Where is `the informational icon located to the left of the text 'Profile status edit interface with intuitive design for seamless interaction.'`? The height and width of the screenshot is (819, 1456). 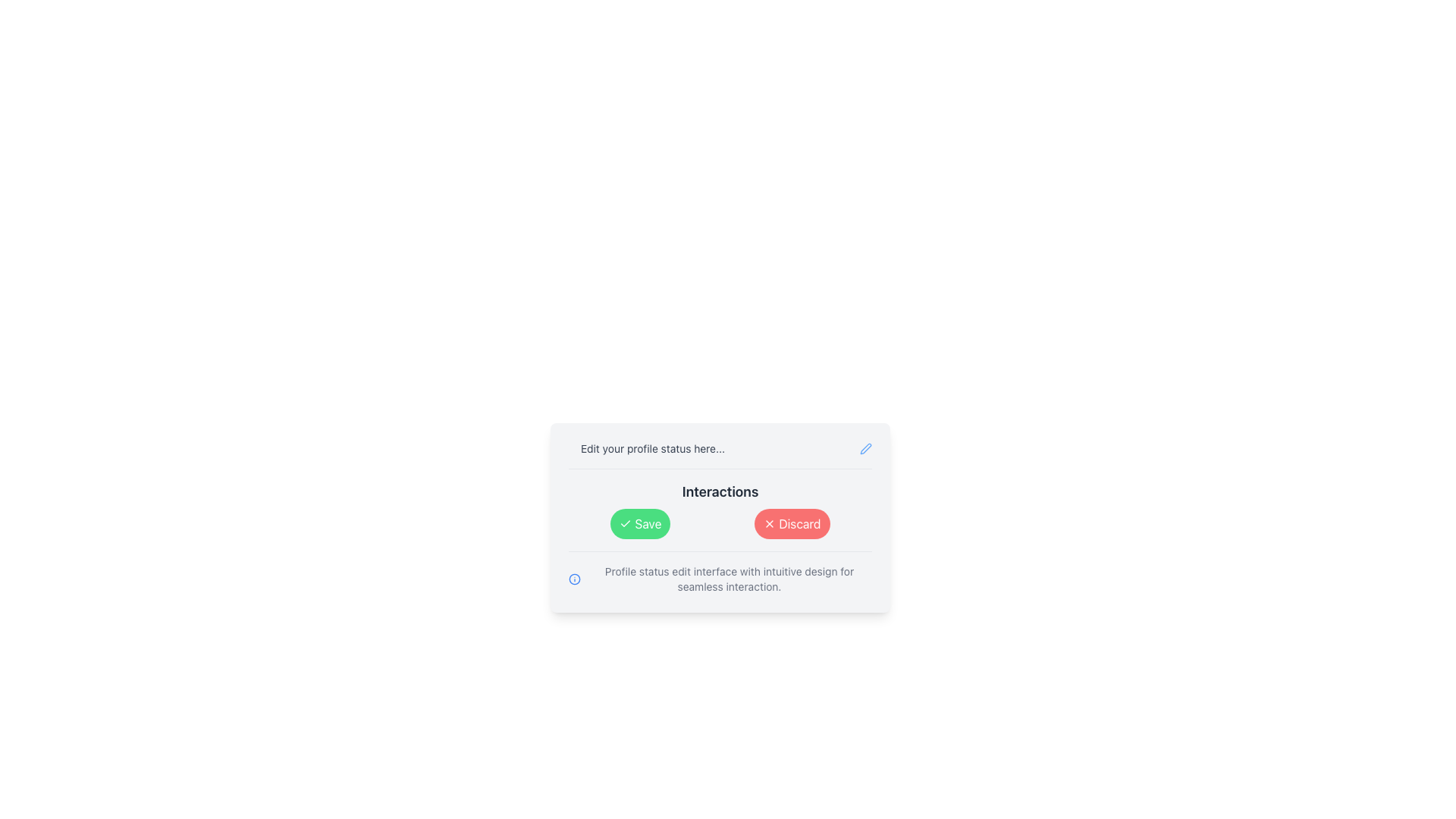 the informational icon located to the left of the text 'Profile status edit interface with intuitive design for seamless interaction.' is located at coordinates (574, 579).